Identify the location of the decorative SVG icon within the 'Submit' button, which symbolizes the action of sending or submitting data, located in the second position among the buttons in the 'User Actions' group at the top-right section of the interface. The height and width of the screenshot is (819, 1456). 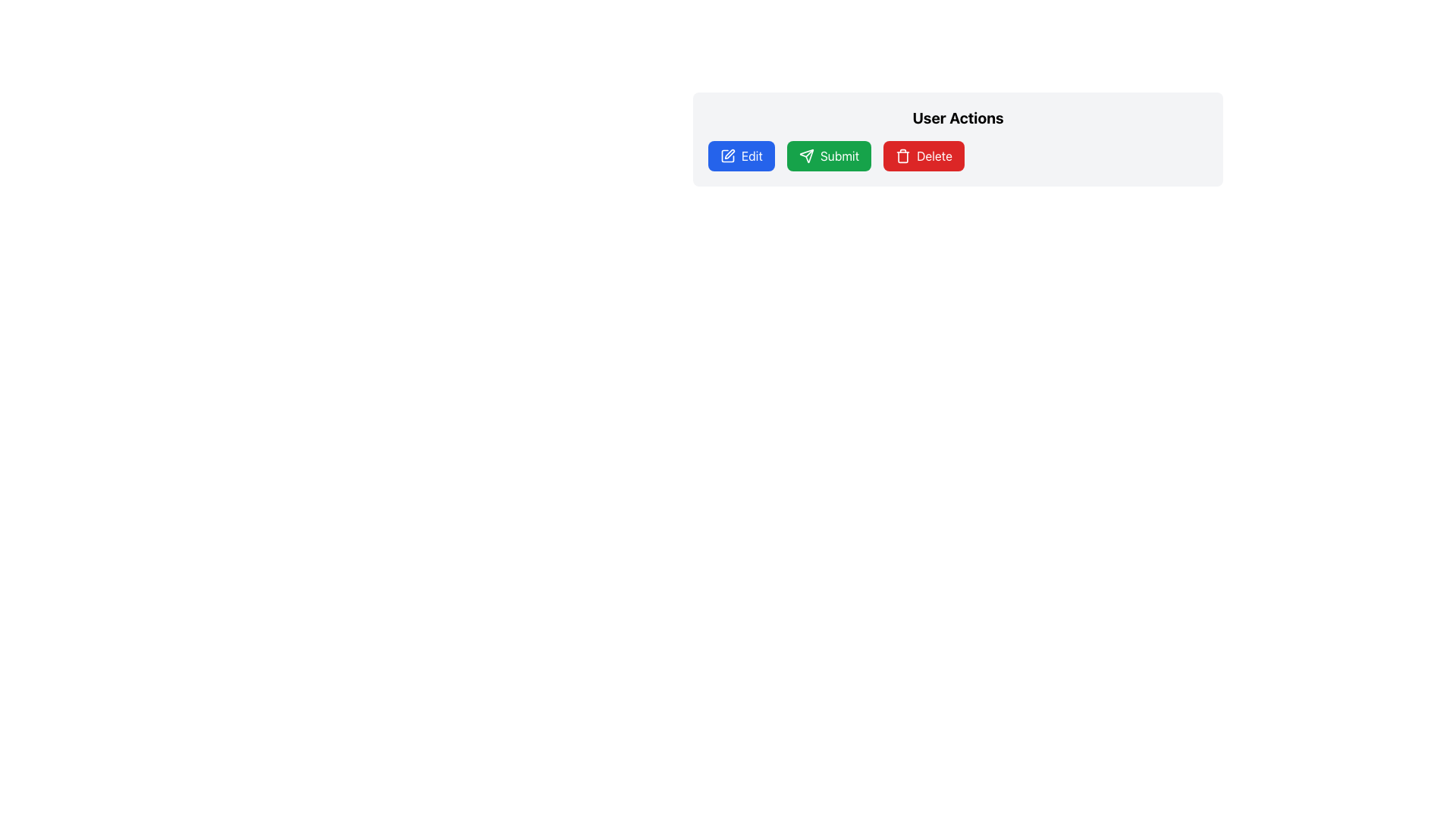
(805, 155).